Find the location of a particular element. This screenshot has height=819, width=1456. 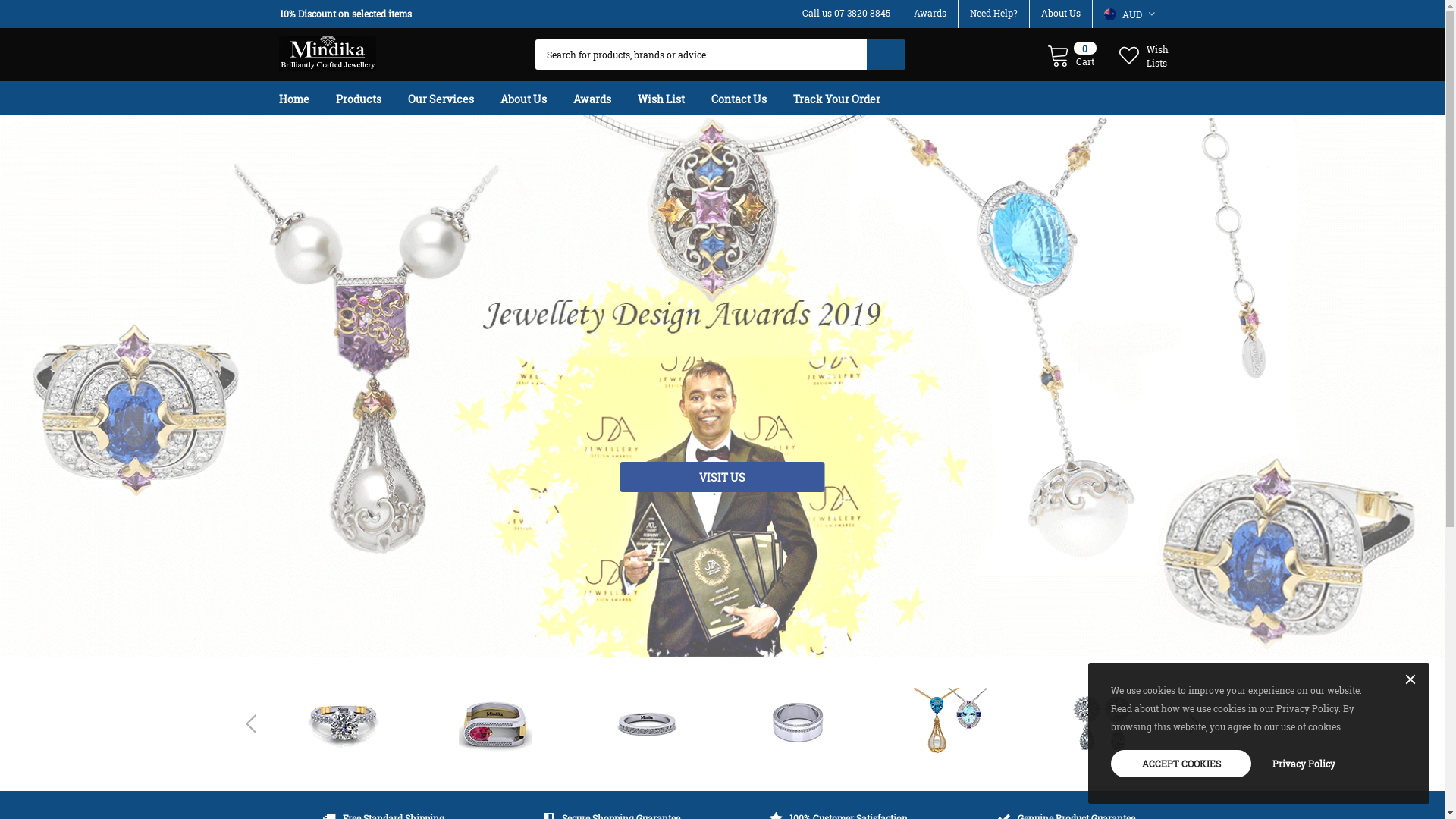

'VISIT US' is located at coordinates (620, 475).